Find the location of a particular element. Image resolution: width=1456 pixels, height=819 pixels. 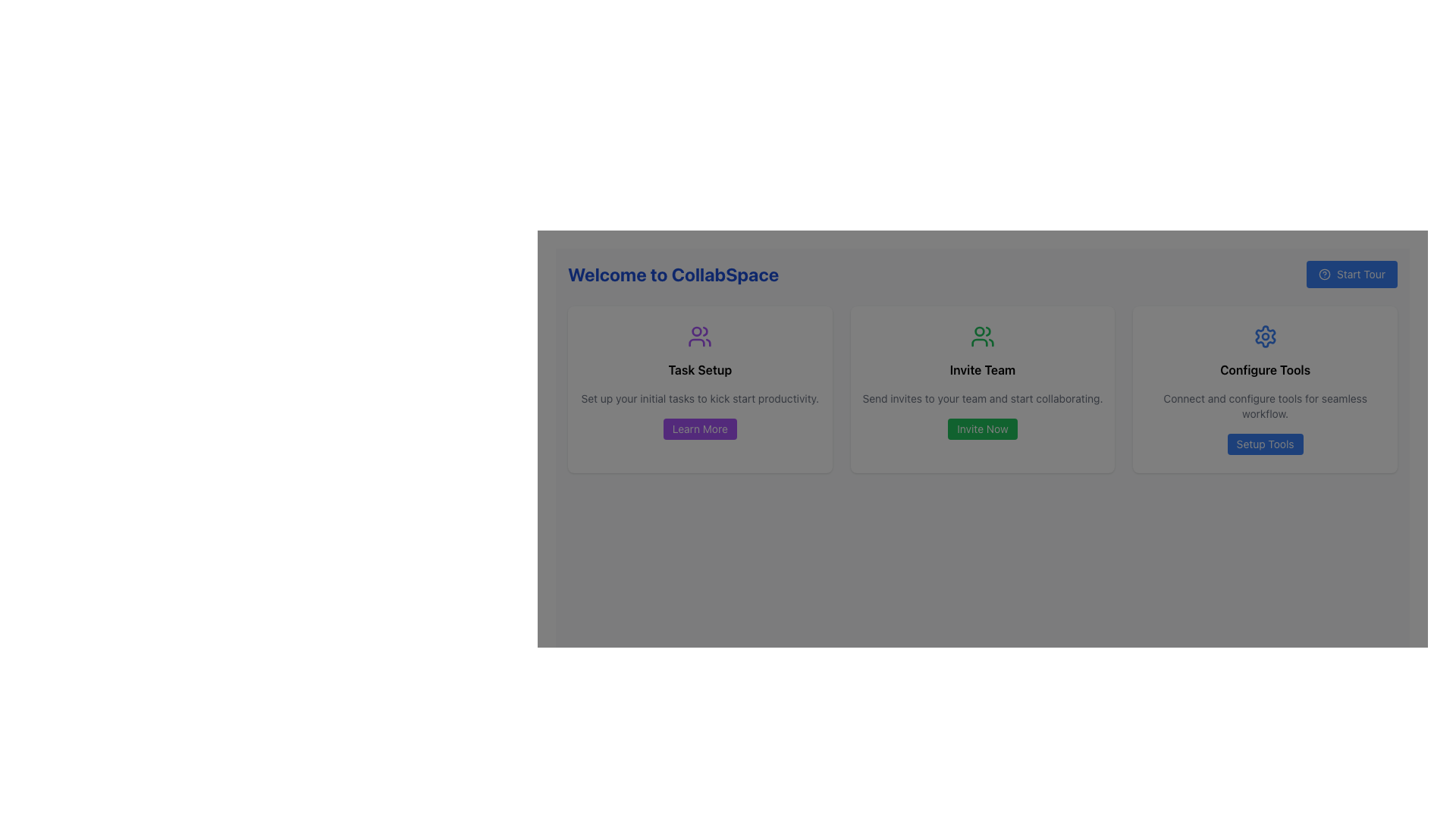

the green icon resembling two human figures positioned at the top of the 'Invite Team' card, located above the text 'Invite Team' is located at coordinates (983, 335).